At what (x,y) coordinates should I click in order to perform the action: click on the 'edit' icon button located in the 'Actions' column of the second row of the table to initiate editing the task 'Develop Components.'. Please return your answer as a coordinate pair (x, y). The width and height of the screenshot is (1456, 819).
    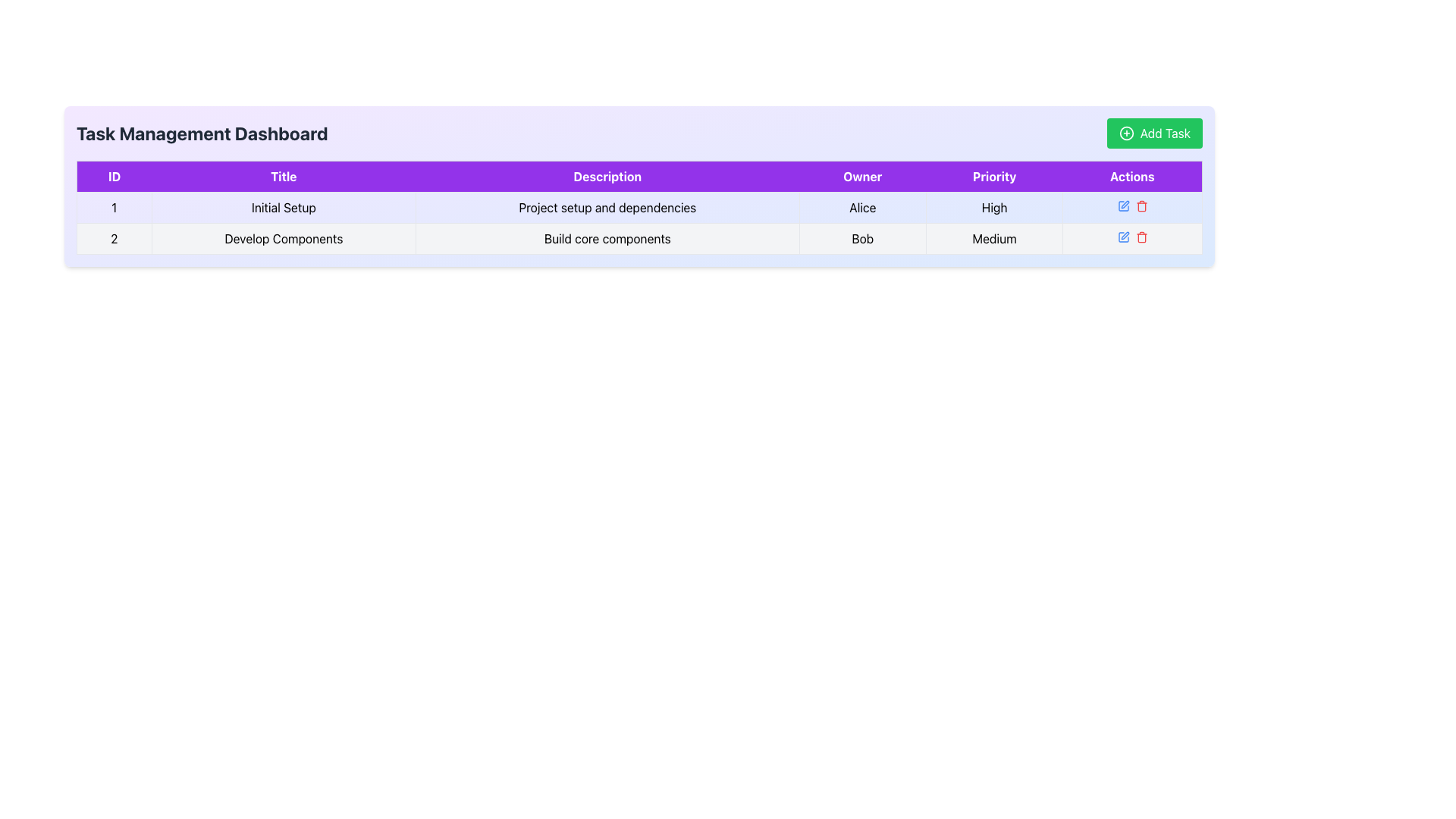
    Looking at the image, I should click on (1125, 236).